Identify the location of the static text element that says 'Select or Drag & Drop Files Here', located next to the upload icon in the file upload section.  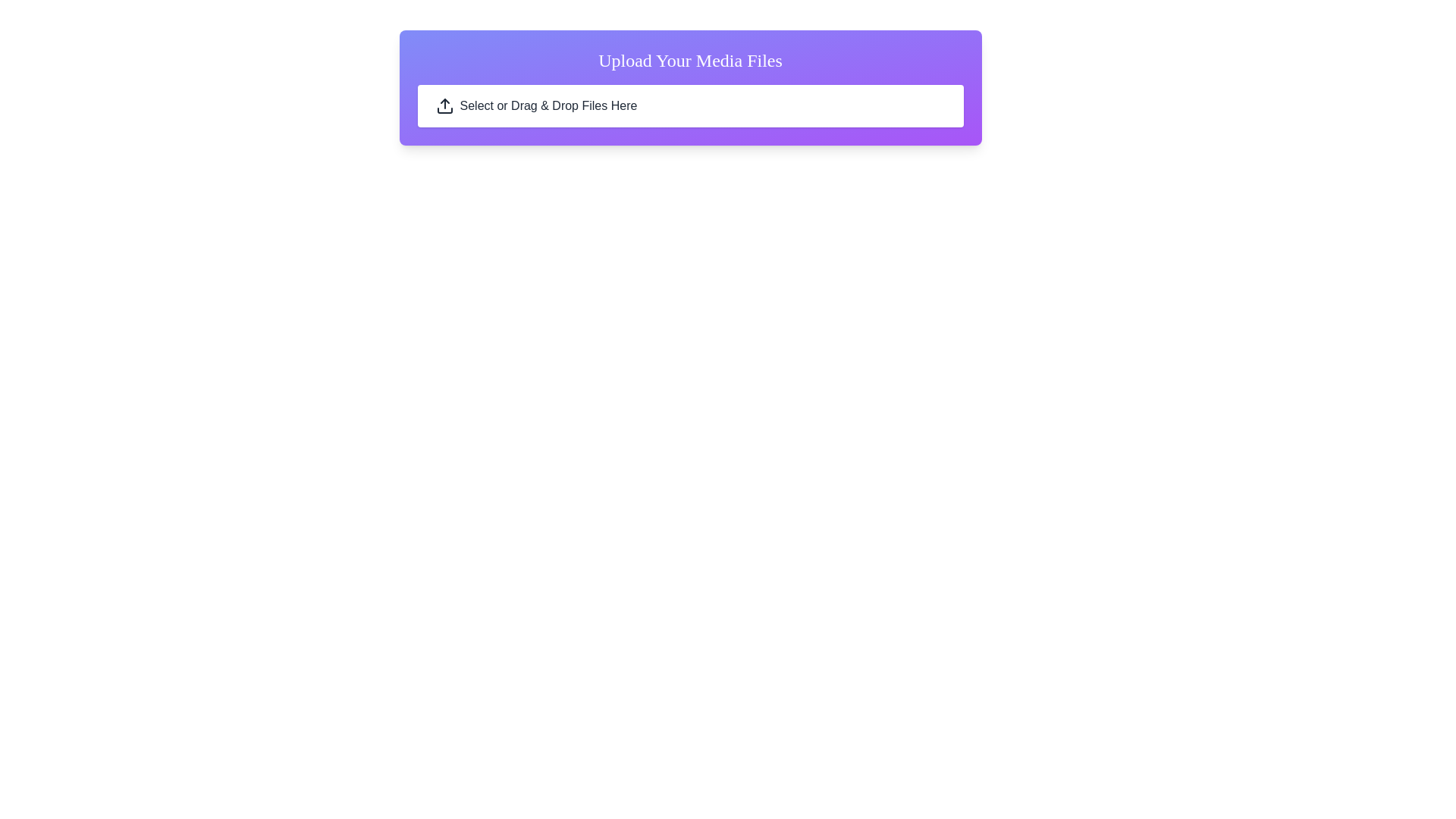
(548, 105).